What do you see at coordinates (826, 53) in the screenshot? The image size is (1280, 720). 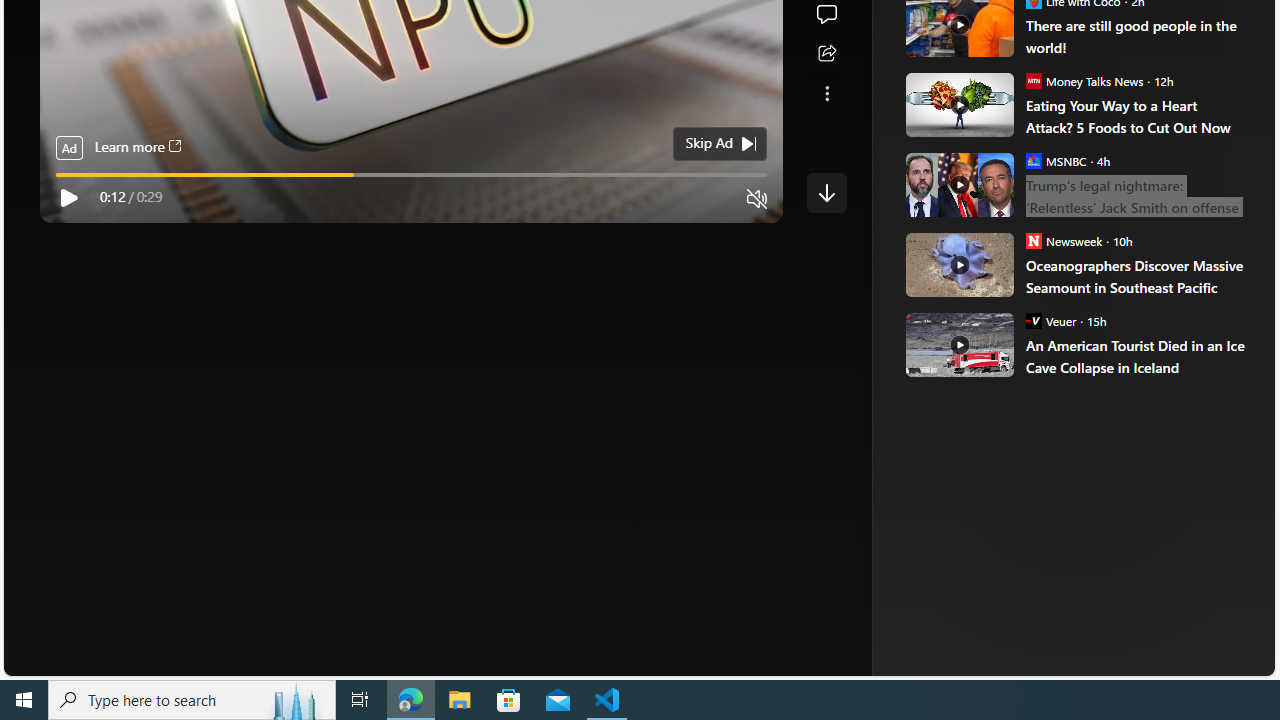 I see `'Share this story'` at bounding box center [826, 53].